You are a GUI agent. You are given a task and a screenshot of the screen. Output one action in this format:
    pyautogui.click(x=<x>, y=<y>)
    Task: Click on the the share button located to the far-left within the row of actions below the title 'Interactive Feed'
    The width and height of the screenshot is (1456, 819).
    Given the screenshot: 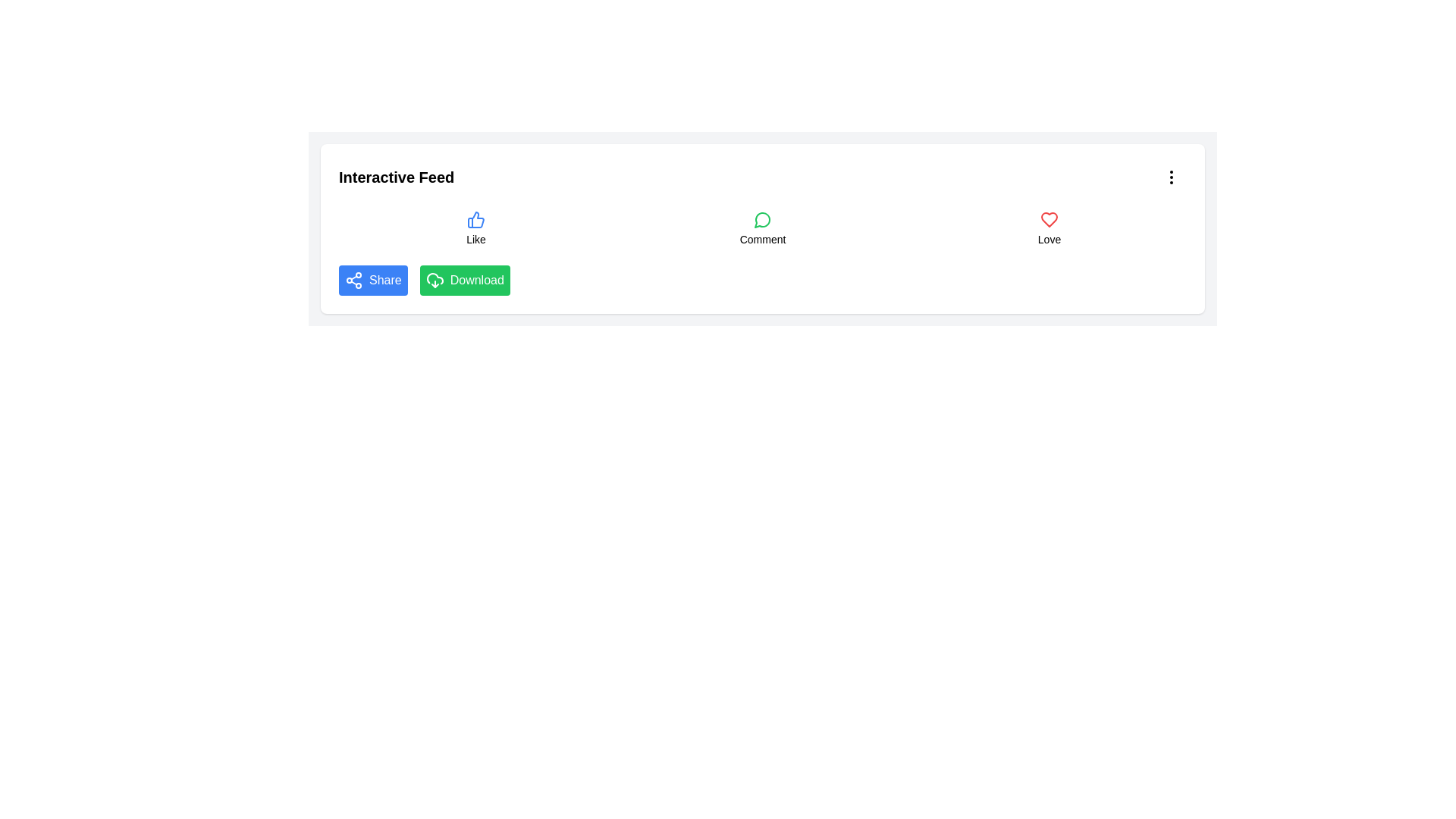 What is the action you would take?
    pyautogui.click(x=373, y=281)
    